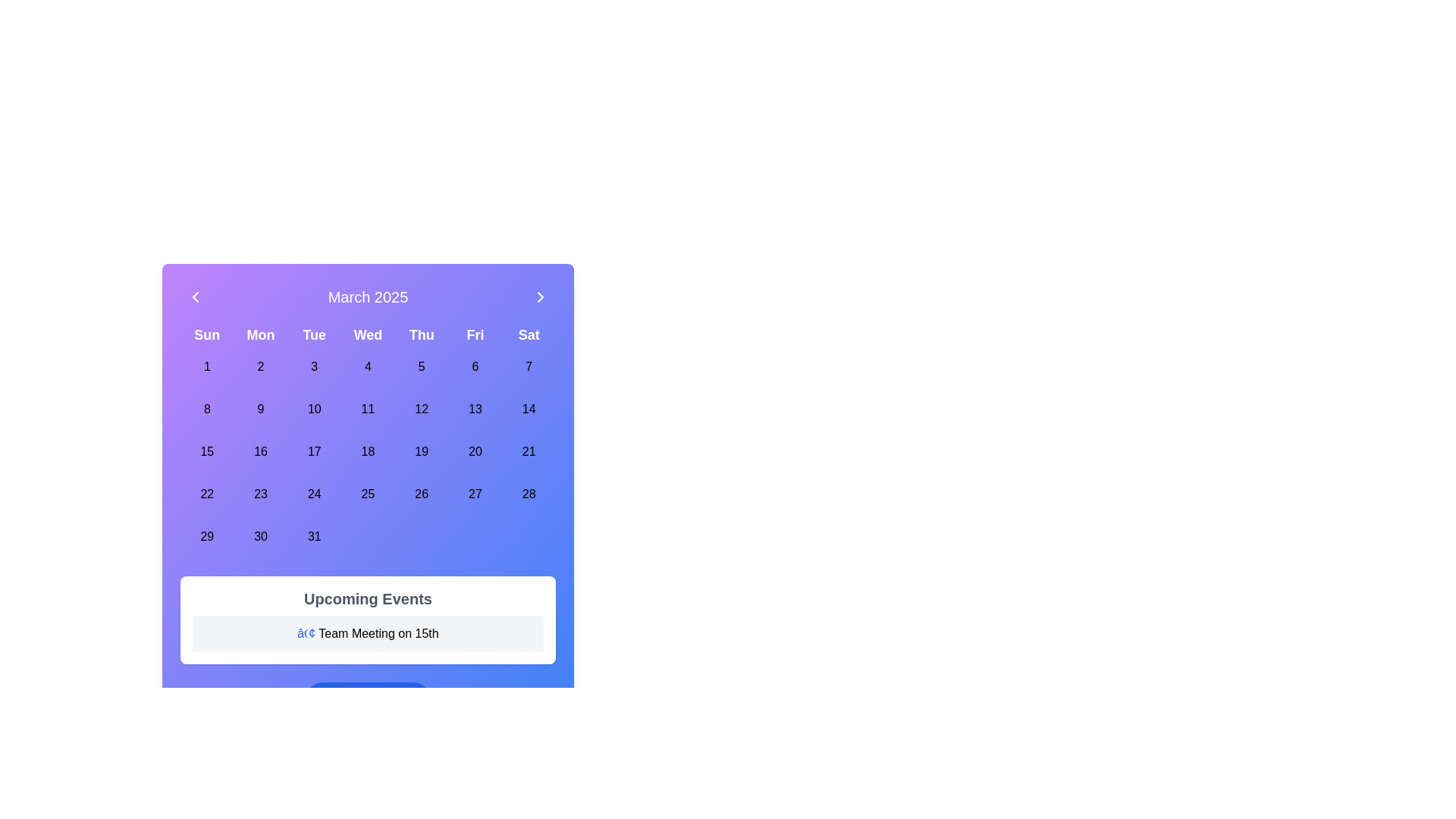 This screenshot has width=1456, height=819. Describe the element at coordinates (261, 451) in the screenshot. I see `the button representing the calendar cell displaying the numeral '16'` at that location.